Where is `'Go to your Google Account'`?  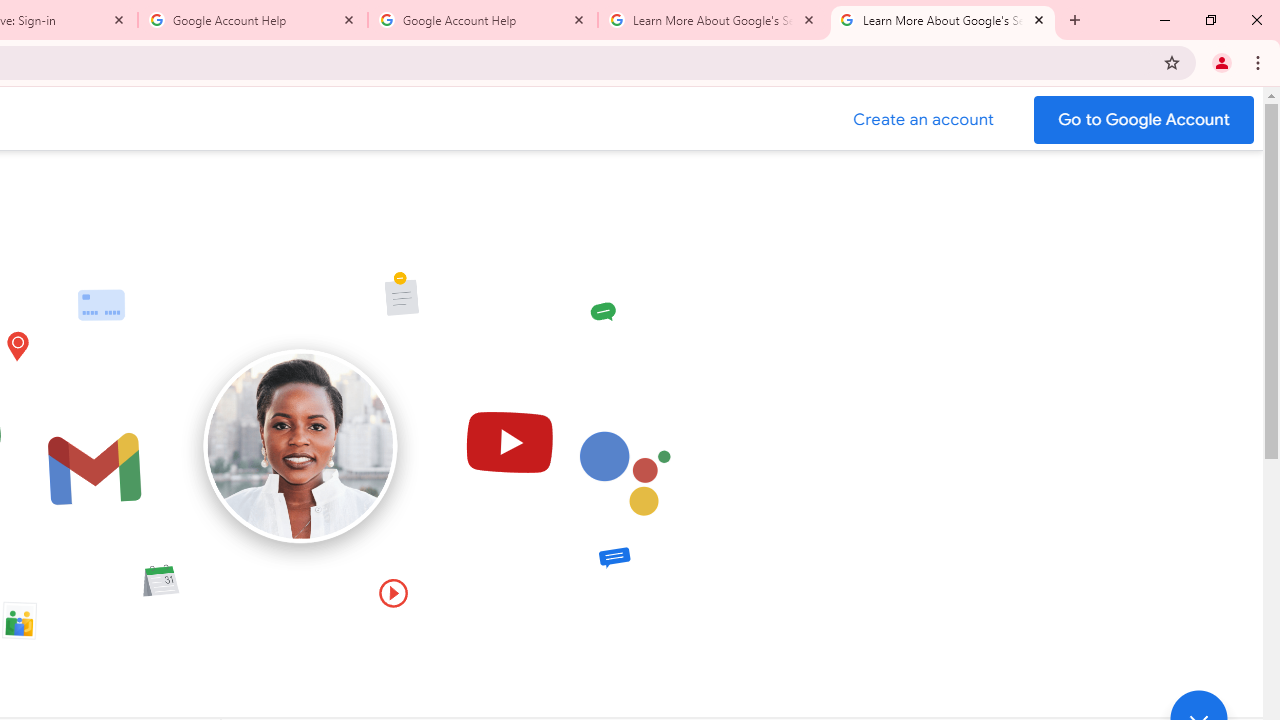
'Go to your Google Account' is located at coordinates (1144, 119).